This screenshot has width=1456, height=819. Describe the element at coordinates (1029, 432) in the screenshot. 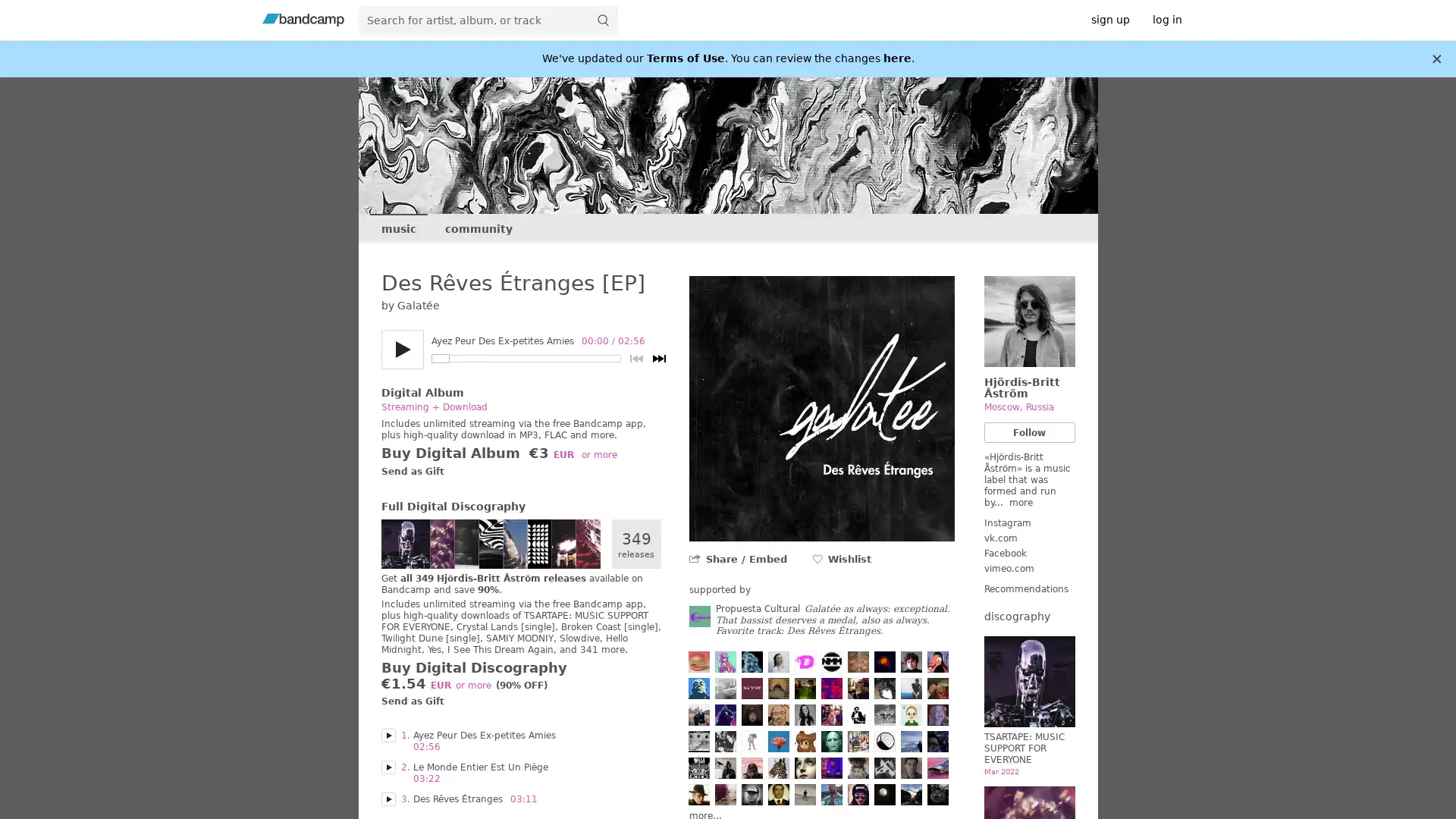

I see `Follow` at that location.